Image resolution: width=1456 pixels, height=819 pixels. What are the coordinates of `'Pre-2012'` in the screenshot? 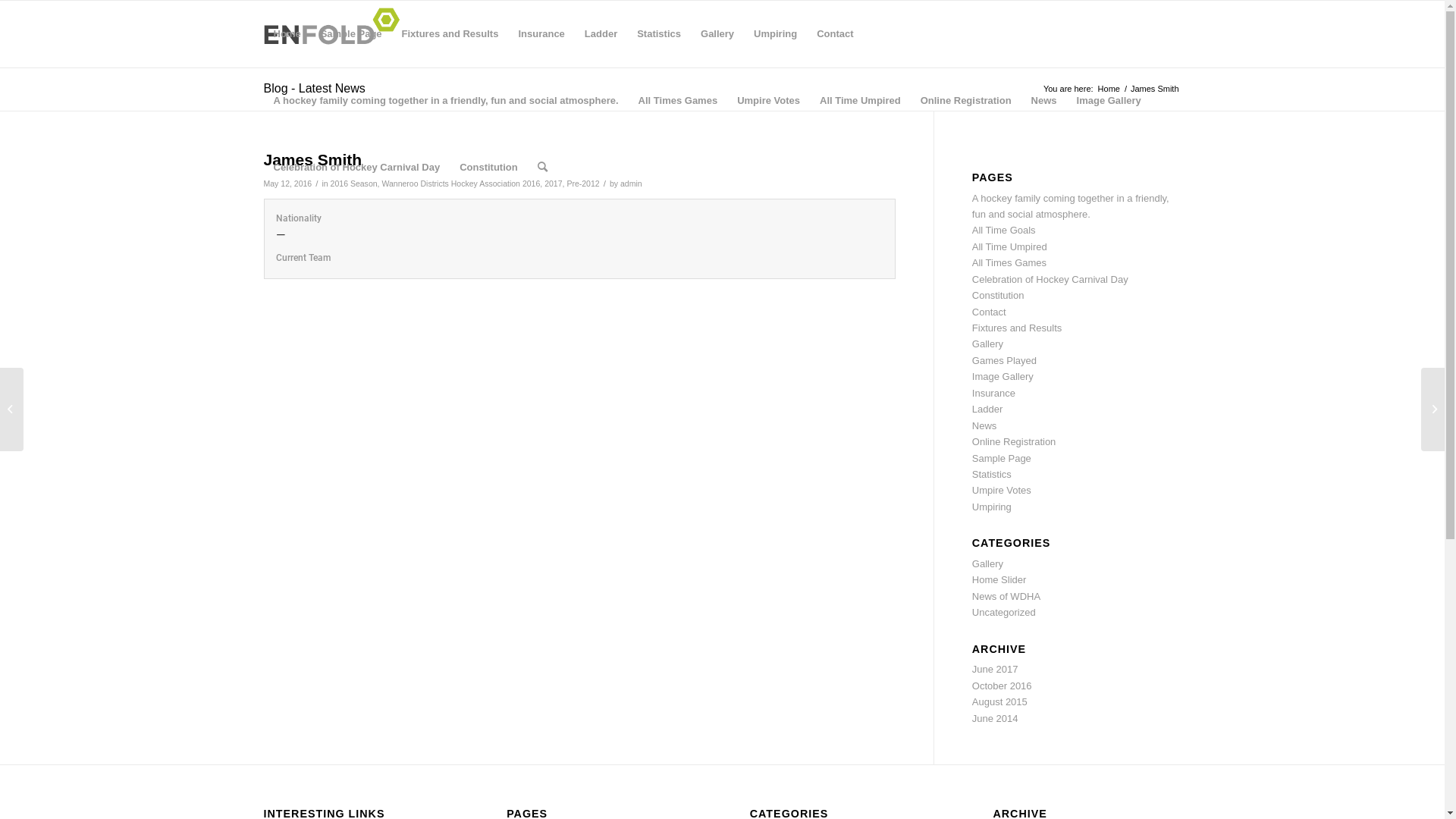 It's located at (582, 183).